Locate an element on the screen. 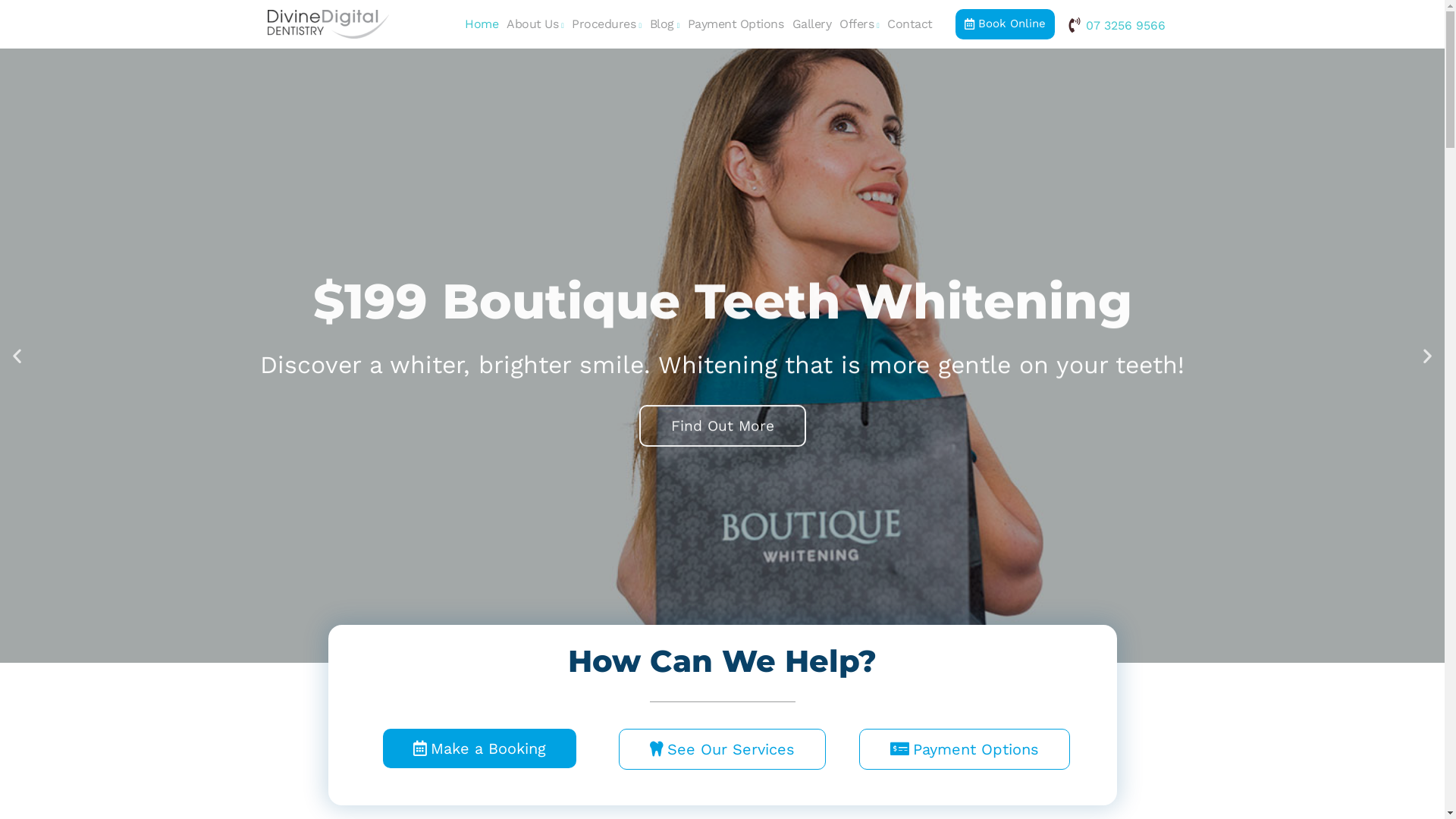 The width and height of the screenshot is (1456, 819). 'Blog' is located at coordinates (664, 24).